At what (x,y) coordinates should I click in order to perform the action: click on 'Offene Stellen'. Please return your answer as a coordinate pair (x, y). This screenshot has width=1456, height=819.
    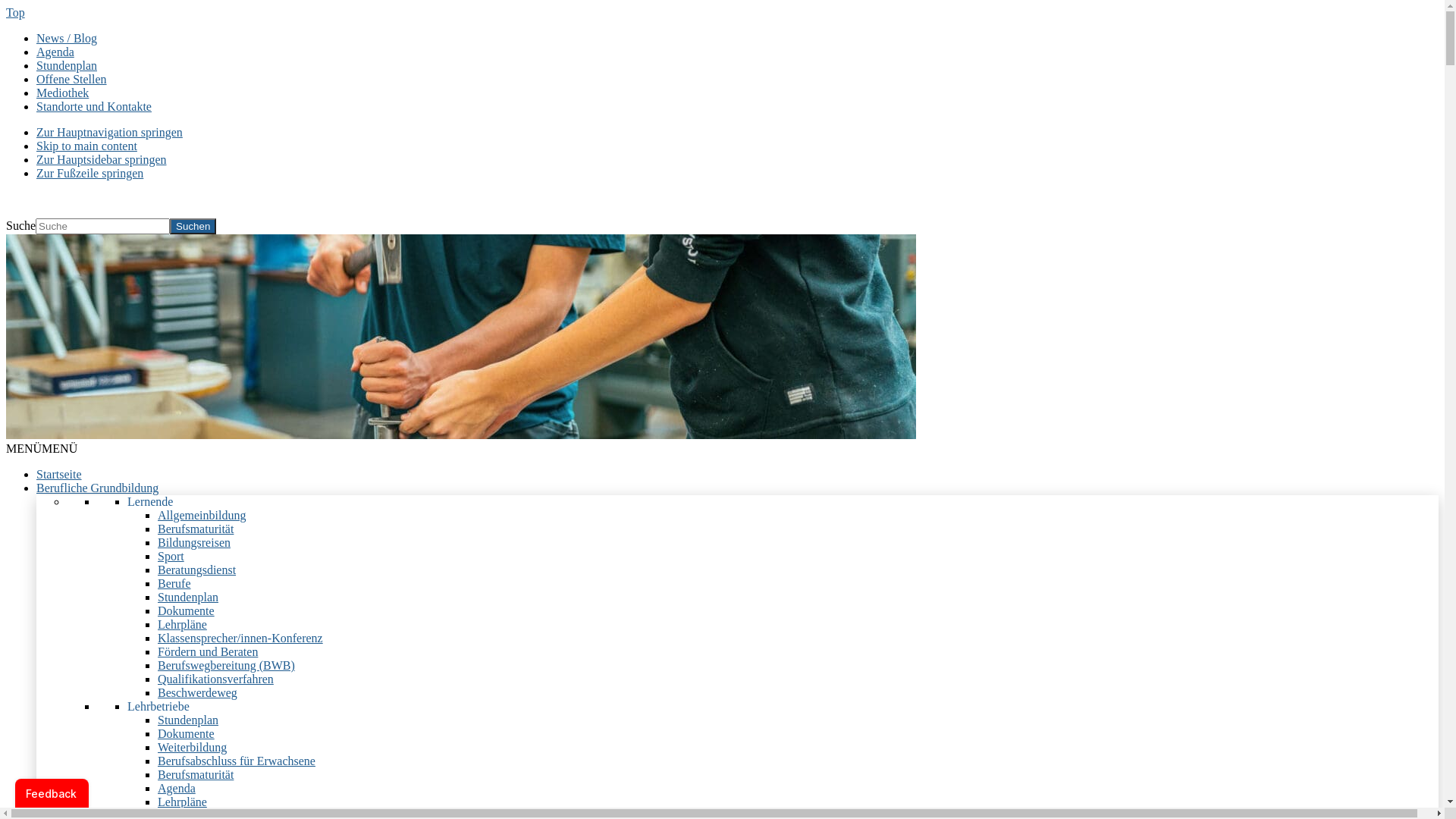
    Looking at the image, I should click on (71, 79).